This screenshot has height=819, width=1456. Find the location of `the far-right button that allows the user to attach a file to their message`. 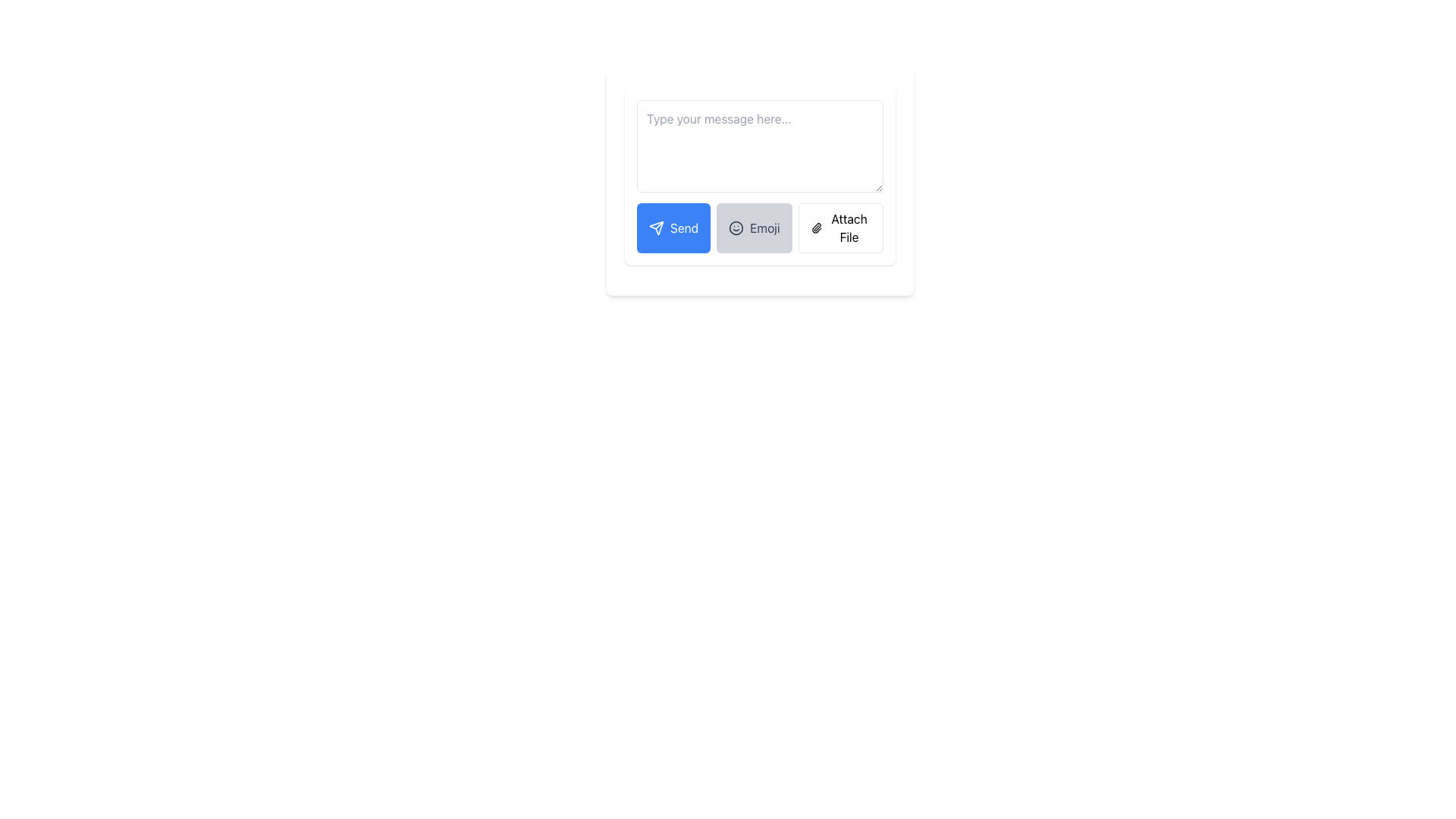

the far-right button that allows the user to attach a file to their message is located at coordinates (839, 227).